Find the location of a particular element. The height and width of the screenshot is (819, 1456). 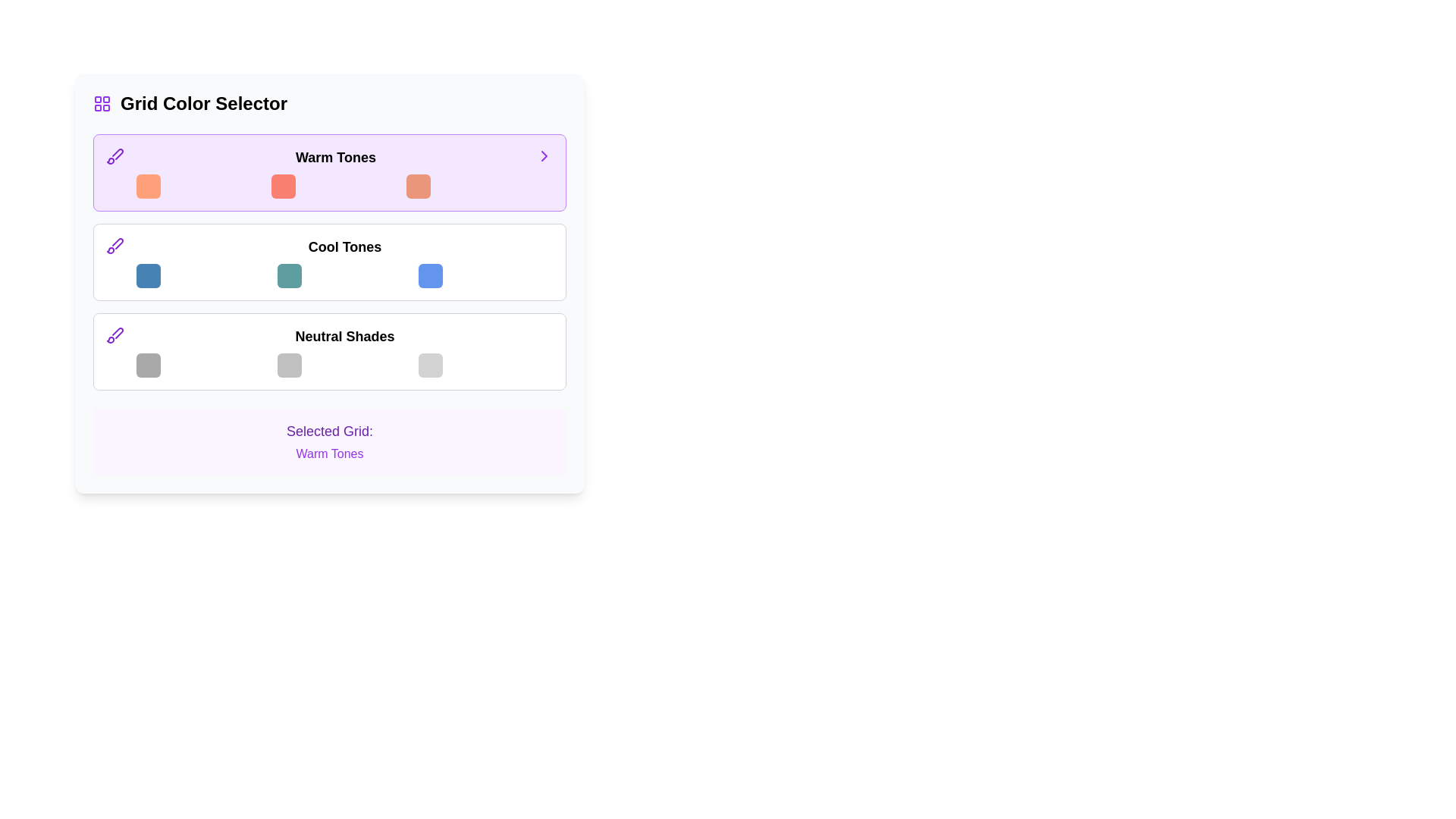

the informational label indicating the currently selected color grid, 'Warm Tones', which is located under the title 'Selected Grid:' in the 'Selected Grid' box is located at coordinates (329, 453).